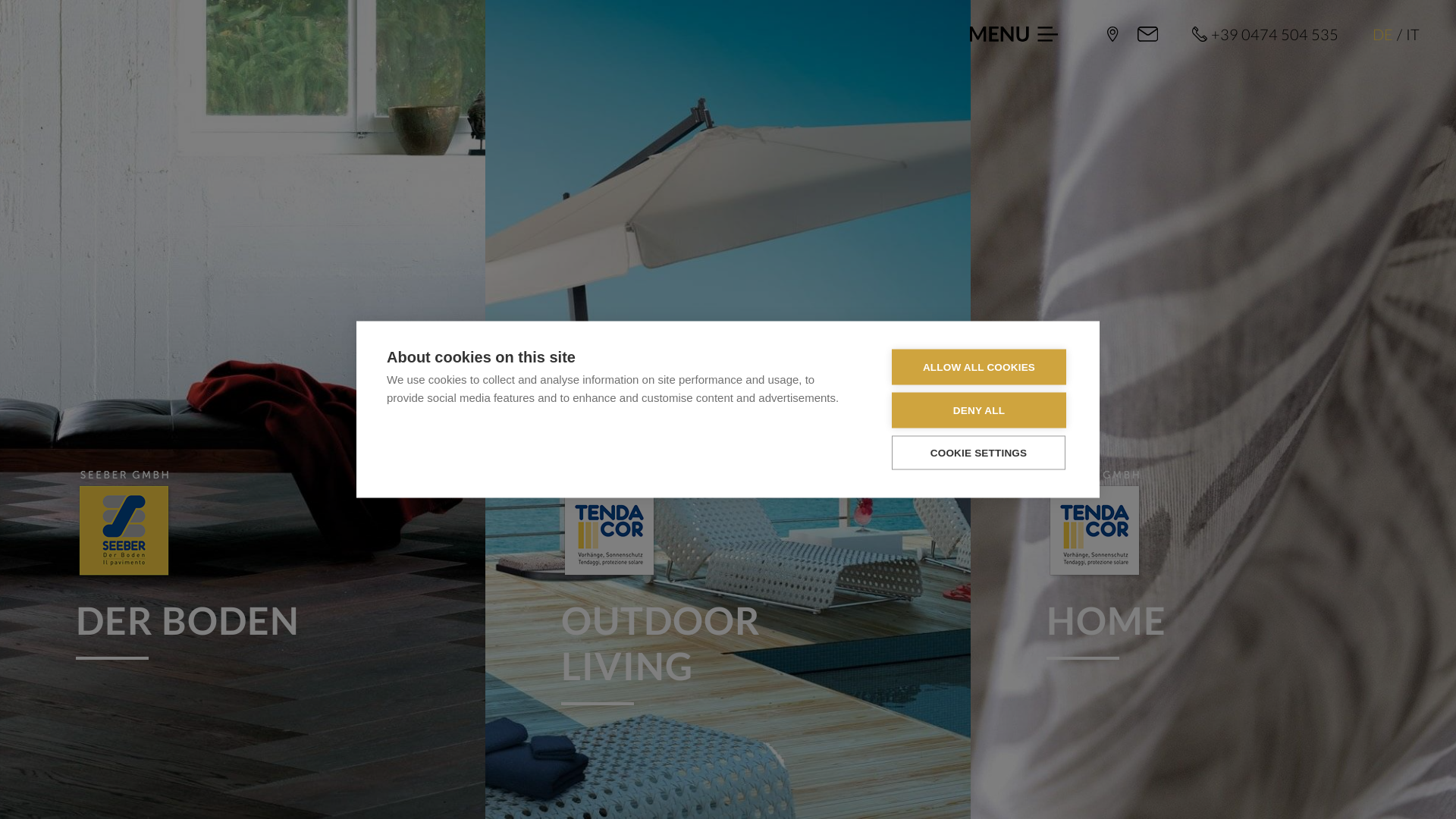  What do you see at coordinates (1147, 34) in the screenshot?
I see `'info@seeber.bz'` at bounding box center [1147, 34].